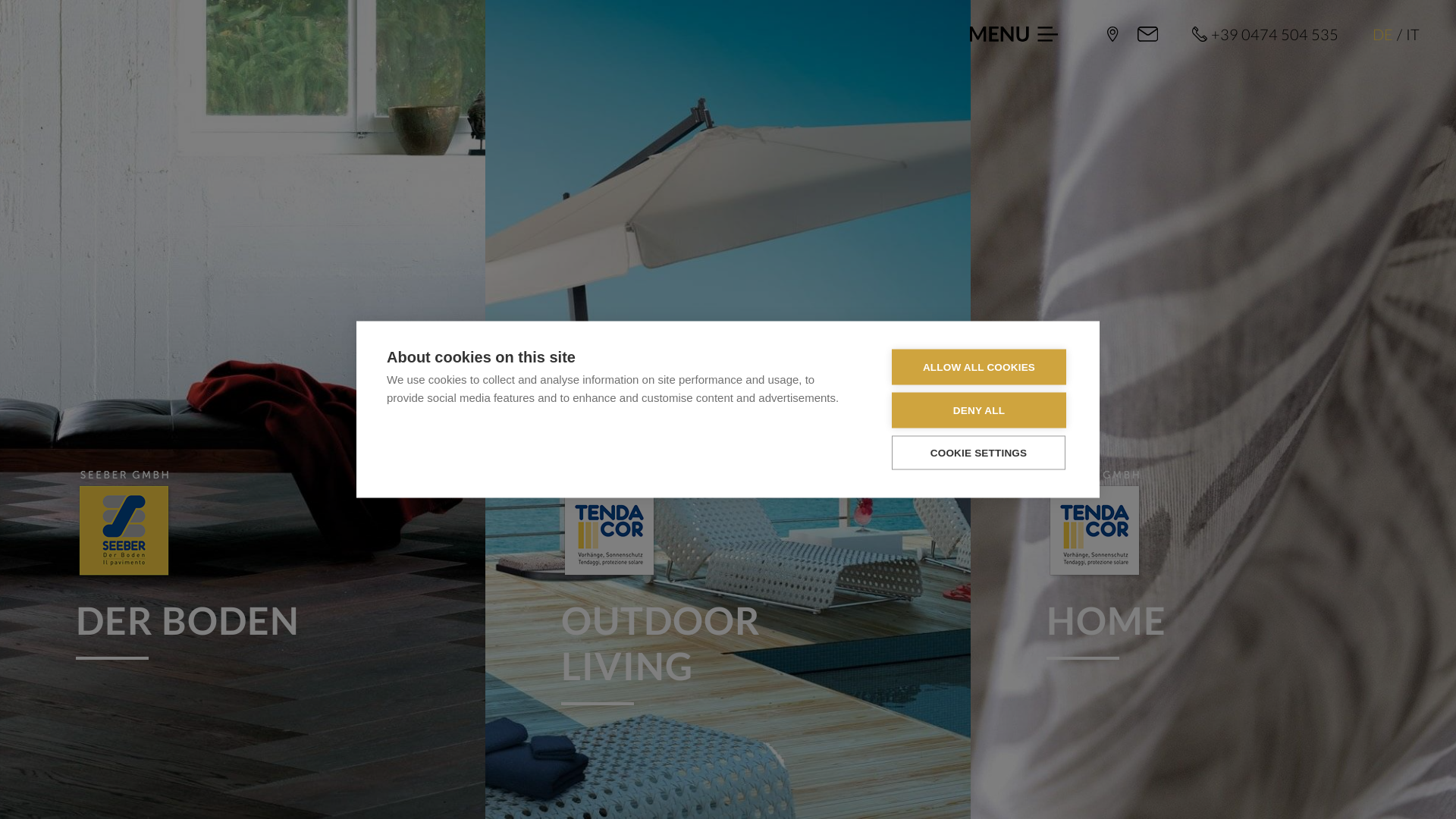  What do you see at coordinates (1147, 34) in the screenshot?
I see `'info@seeber.bz'` at bounding box center [1147, 34].